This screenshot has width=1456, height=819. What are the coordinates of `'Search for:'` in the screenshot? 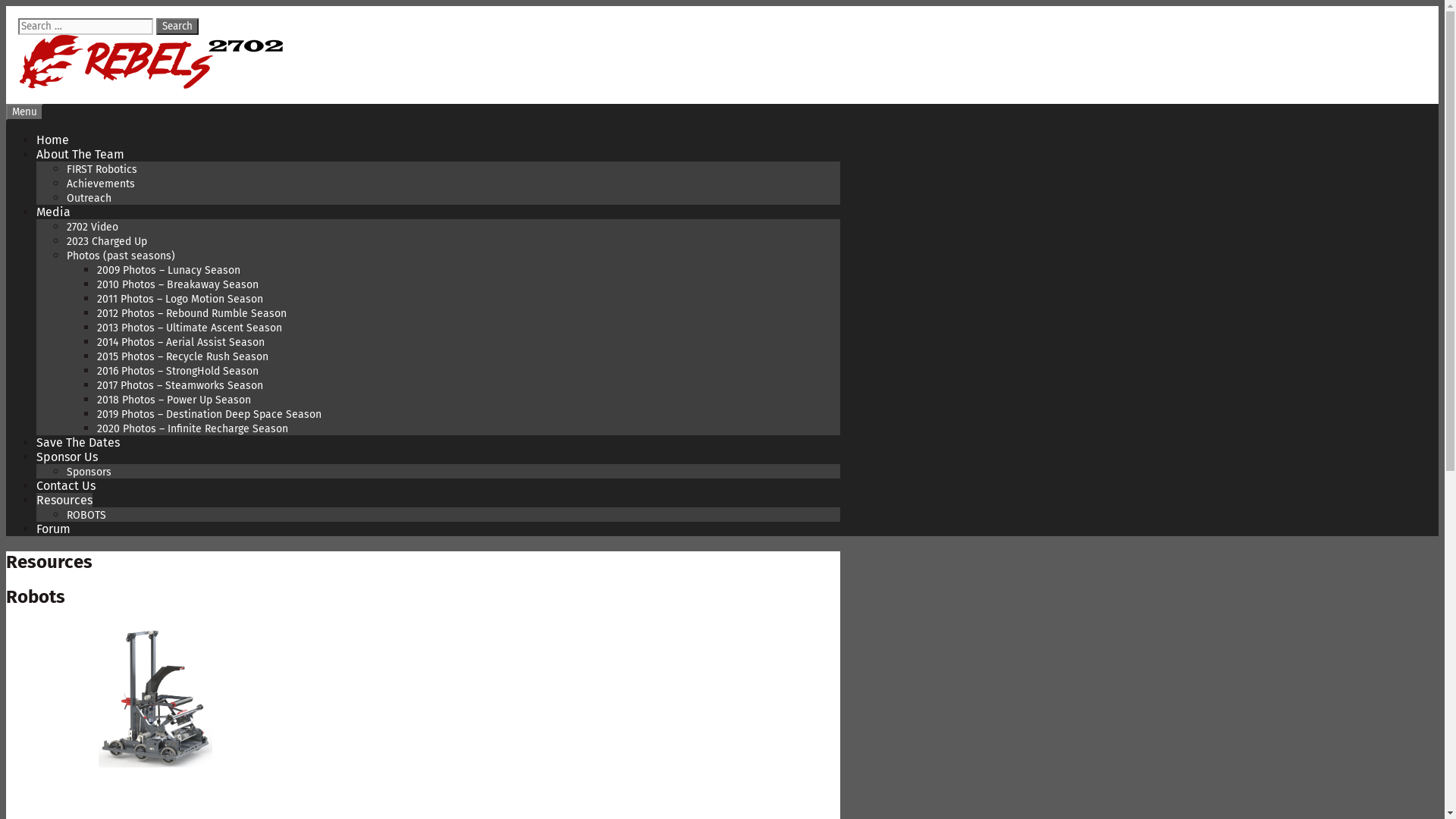 It's located at (18, 26).